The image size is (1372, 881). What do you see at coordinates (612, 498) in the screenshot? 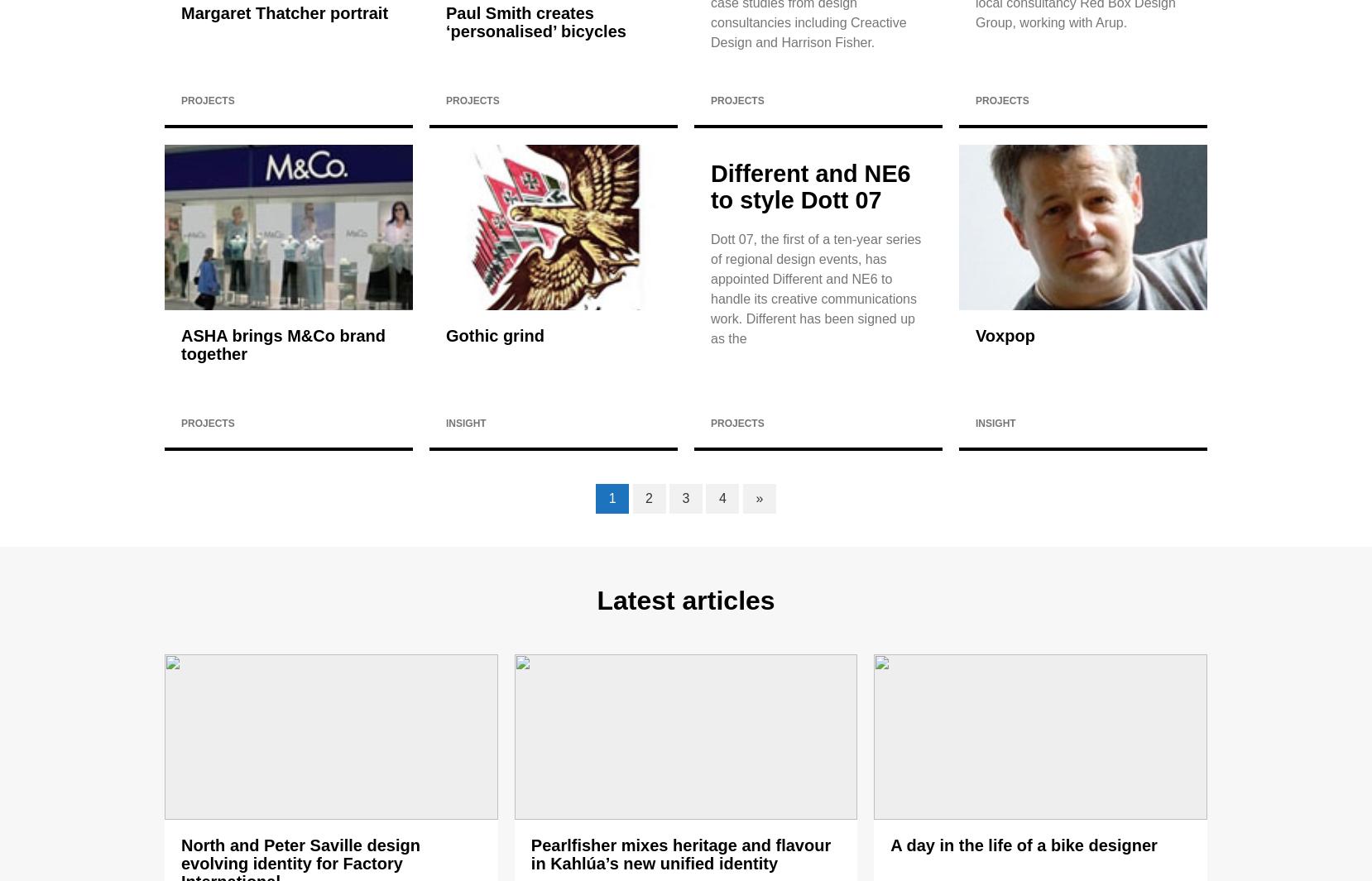
I see `'1'` at bounding box center [612, 498].